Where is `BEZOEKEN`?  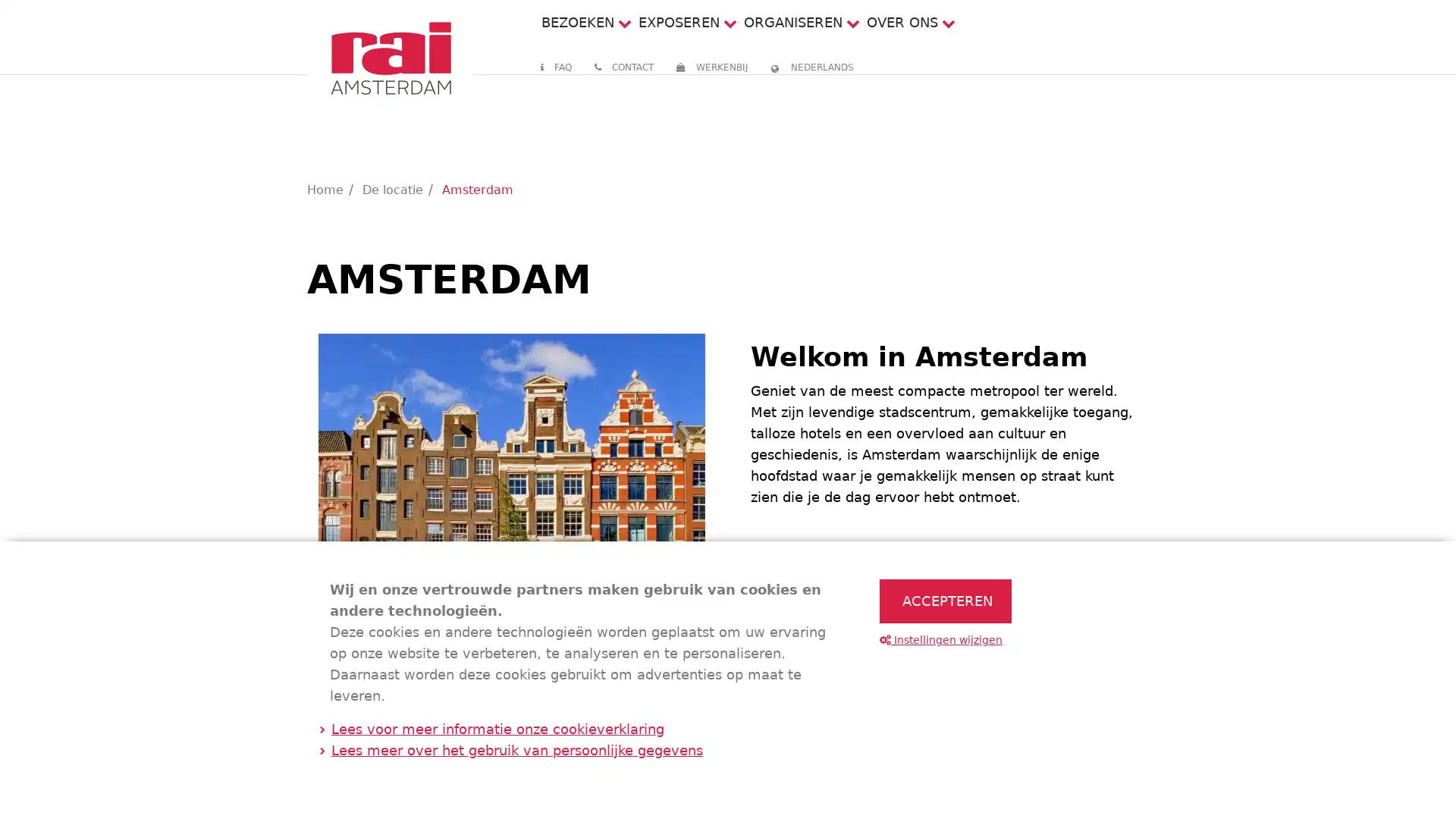 BEZOEKEN is located at coordinates (576, 22).